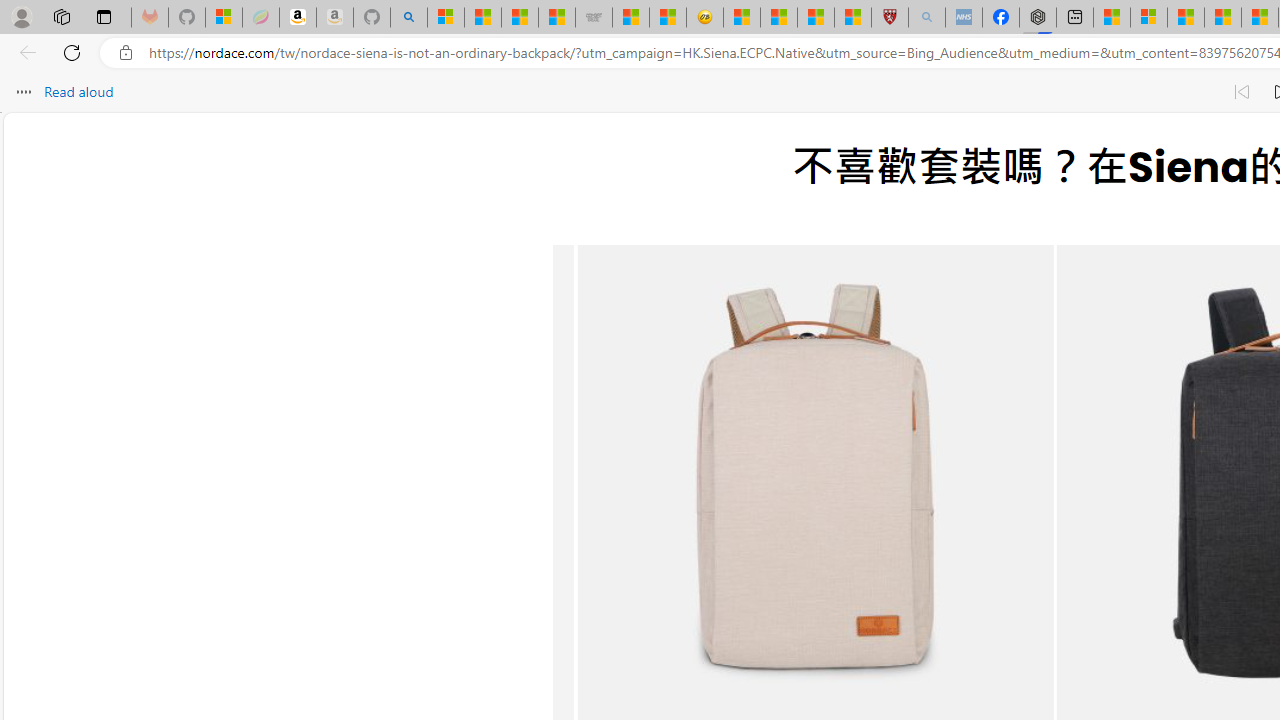 This screenshot has height=720, width=1280. What do you see at coordinates (592, 17) in the screenshot?
I see `'Combat Siege'` at bounding box center [592, 17].